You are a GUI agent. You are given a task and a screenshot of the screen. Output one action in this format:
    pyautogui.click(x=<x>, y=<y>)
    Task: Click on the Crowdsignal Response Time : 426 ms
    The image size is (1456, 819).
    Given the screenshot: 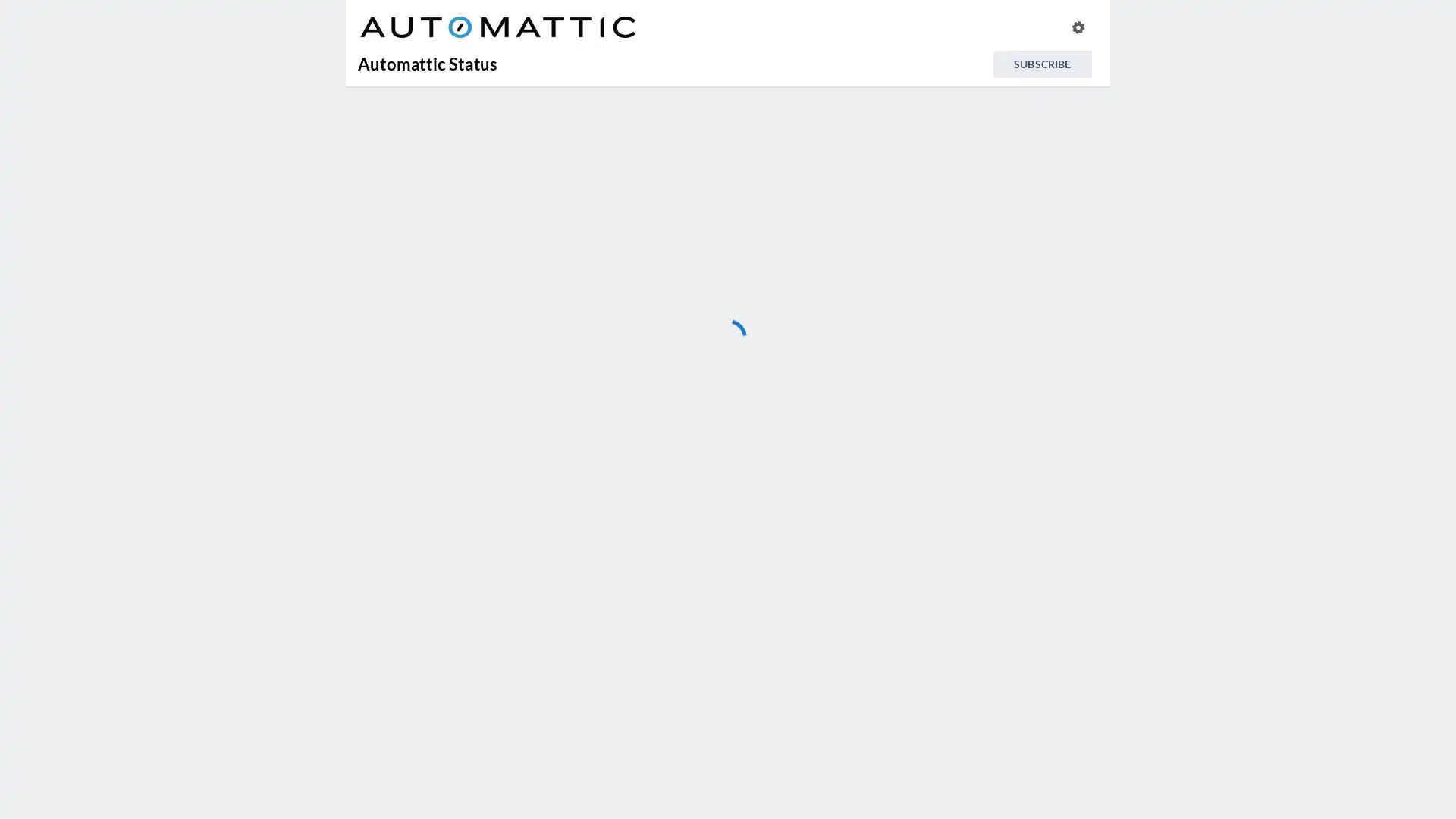 What is the action you would take?
    pyautogui.click(x=635, y=356)
    